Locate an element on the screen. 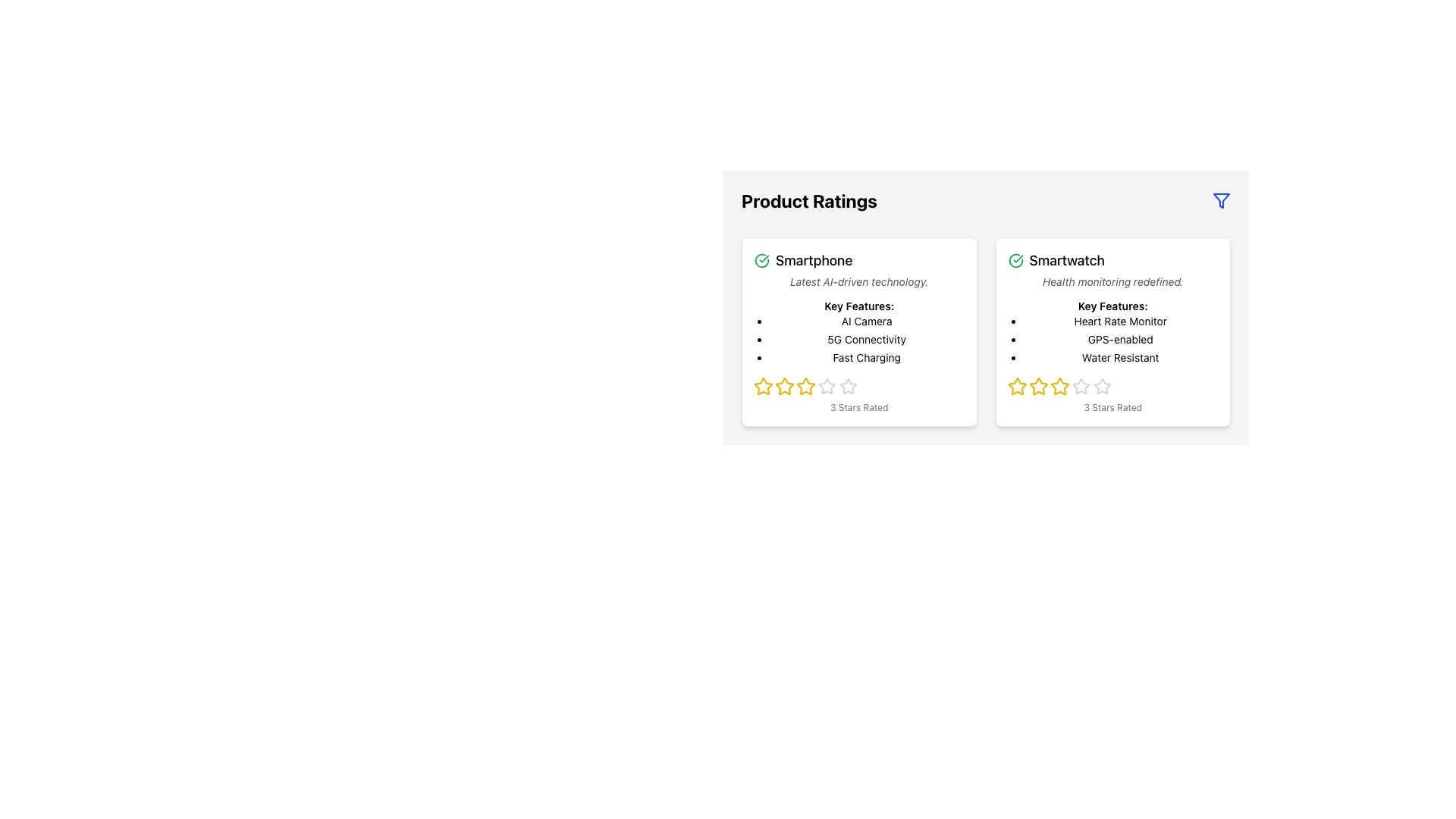 This screenshot has height=819, width=1456. the text label describing the fast charging capability of the 'Smartphone' product, which is the third item in the vertical bulleted list titled 'Key Features' is located at coordinates (867, 357).